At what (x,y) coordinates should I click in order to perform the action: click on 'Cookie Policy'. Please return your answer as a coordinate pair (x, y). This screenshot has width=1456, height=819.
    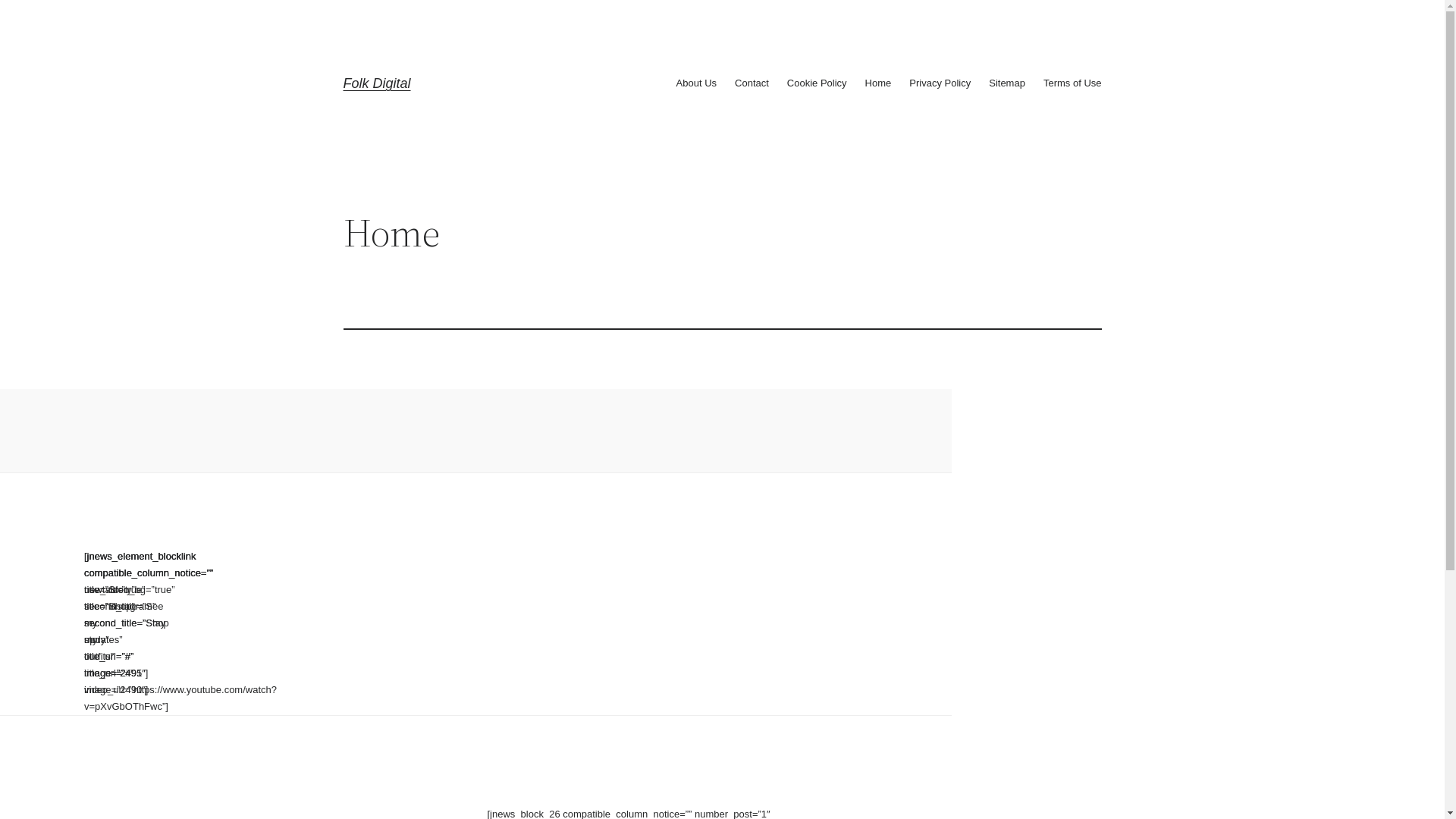
    Looking at the image, I should click on (816, 83).